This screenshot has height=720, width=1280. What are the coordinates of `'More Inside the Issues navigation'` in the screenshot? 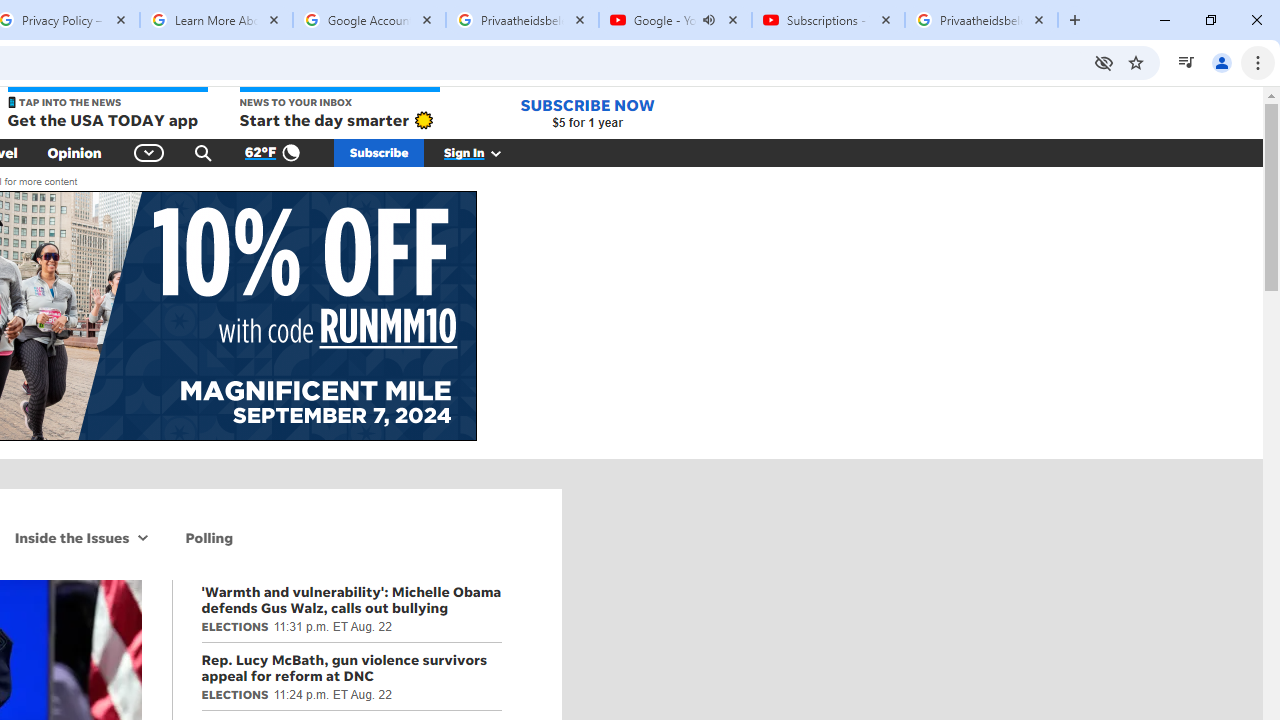 It's located at (143, 536).